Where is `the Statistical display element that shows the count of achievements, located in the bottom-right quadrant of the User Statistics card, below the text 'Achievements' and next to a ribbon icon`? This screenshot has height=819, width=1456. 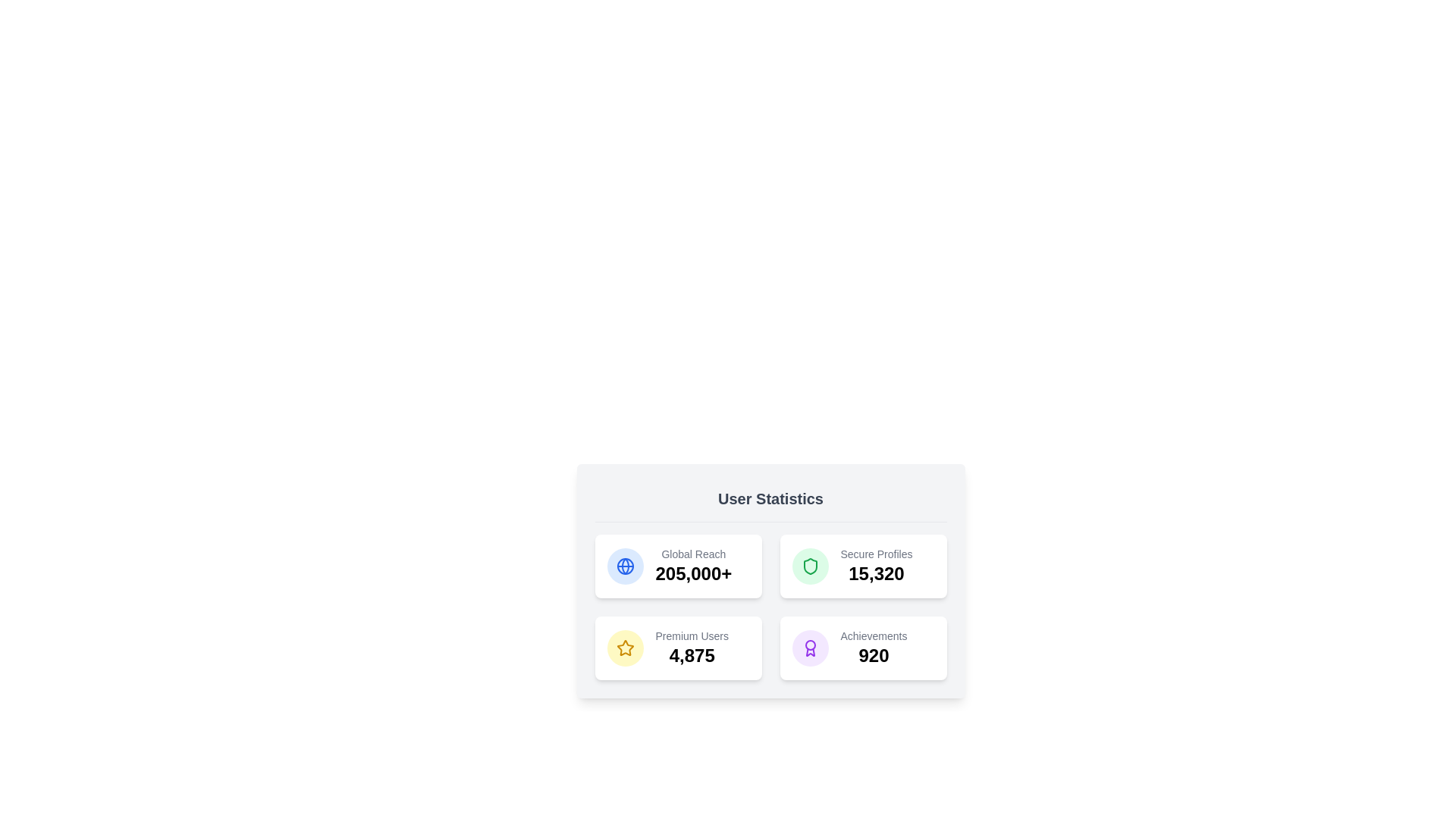 the Statistical display element that shows the count of achievements, located in the bottom-right quadrant of the User Statistics card, below the text 'Achievements' and next to a ribbon icon is located at coordinates (874, 648).